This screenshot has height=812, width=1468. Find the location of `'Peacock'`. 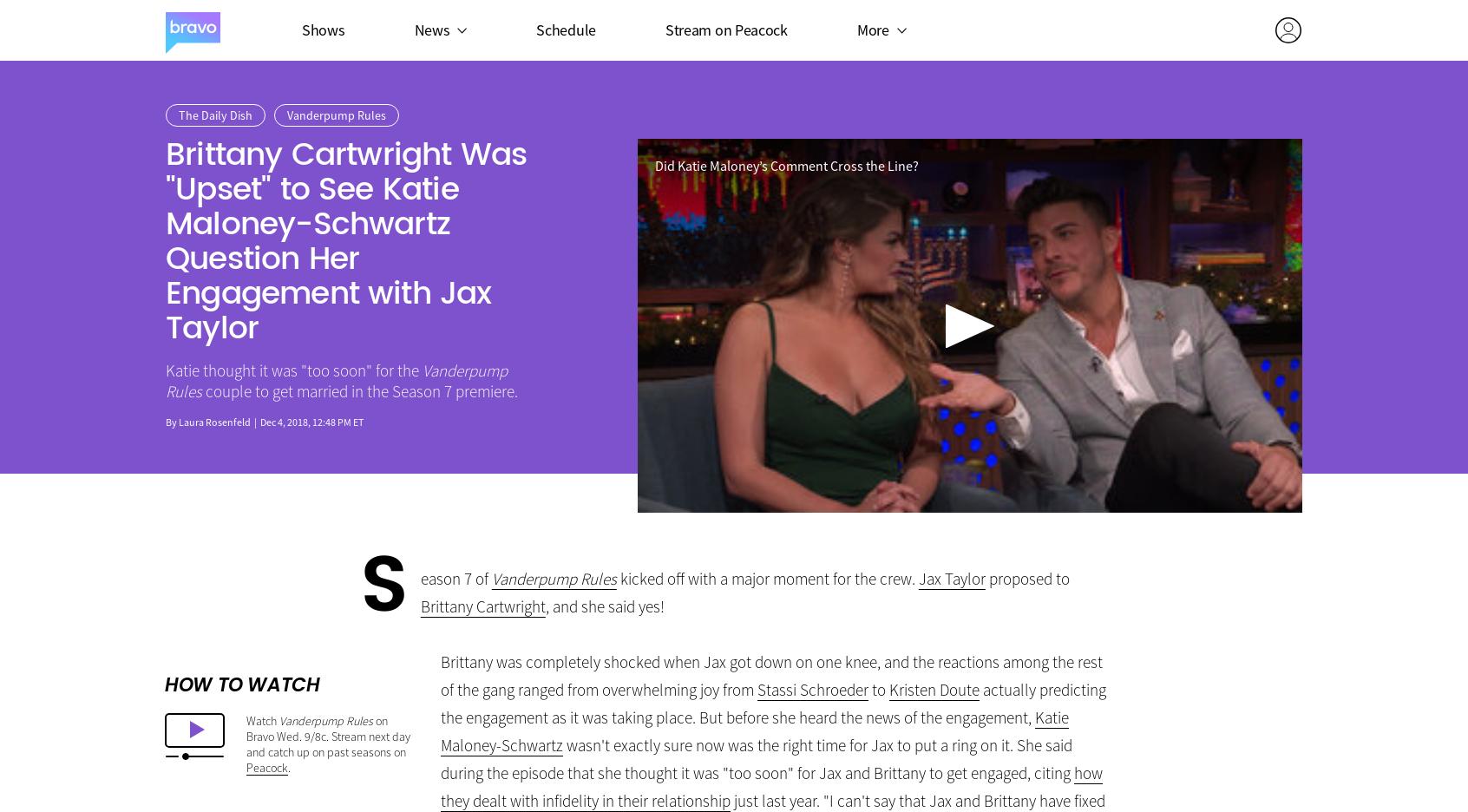

'Peacock' is located at coordinates (265, 766).